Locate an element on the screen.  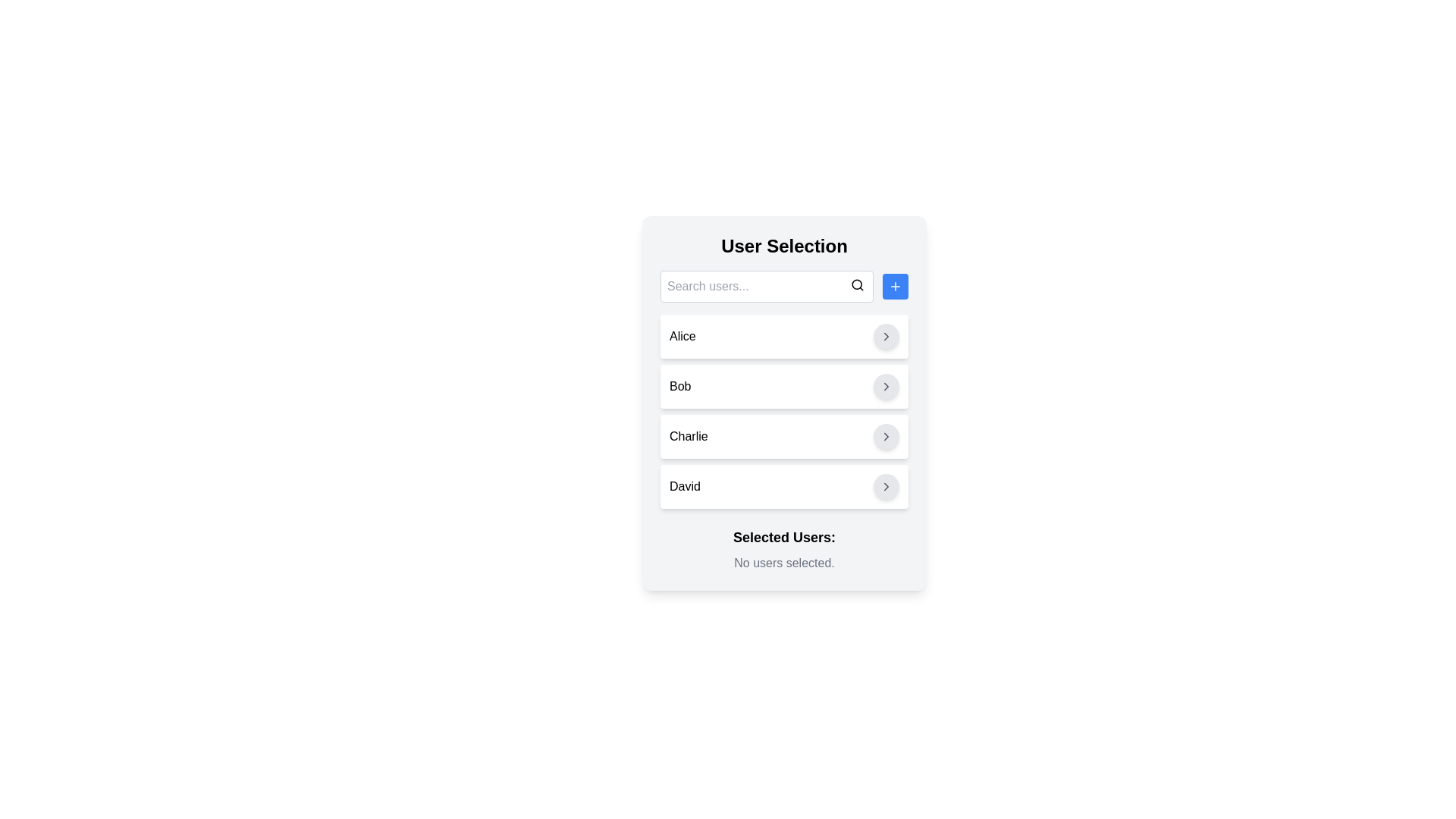
the right-pointing chevron icon next to the item labeled 'Bob' in the user selection list is located at coordinates (886, 385).